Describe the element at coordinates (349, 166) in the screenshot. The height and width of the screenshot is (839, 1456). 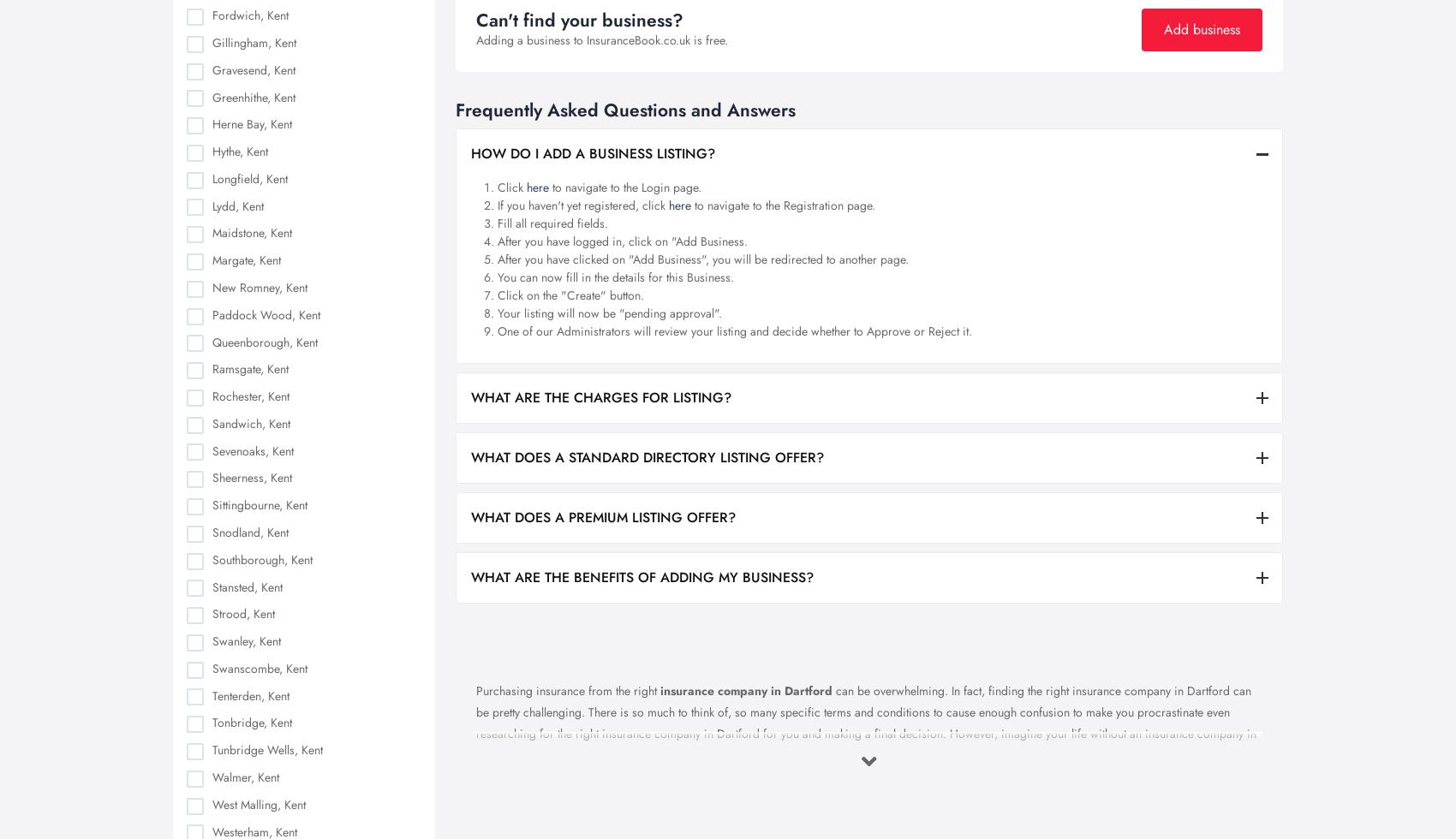
I see `'Best Home Contents Insurance | Buildings Cont ...'` at that location.